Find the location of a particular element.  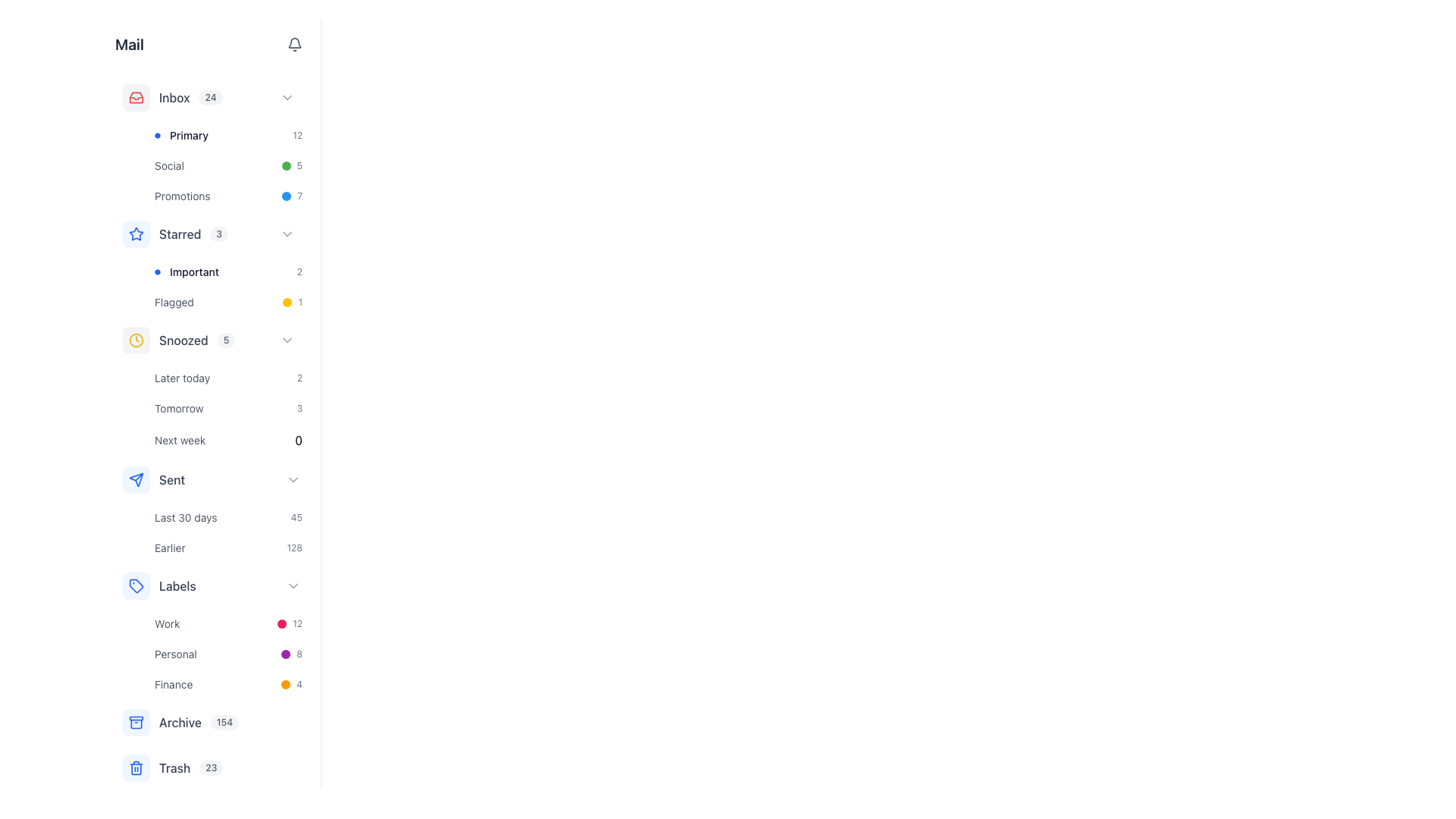

the 'Social' text label, which is styled in light gray and is part of the horizontal group under the 'Primary' label in the 'Inbox' section is located at coordinates (169, 166).